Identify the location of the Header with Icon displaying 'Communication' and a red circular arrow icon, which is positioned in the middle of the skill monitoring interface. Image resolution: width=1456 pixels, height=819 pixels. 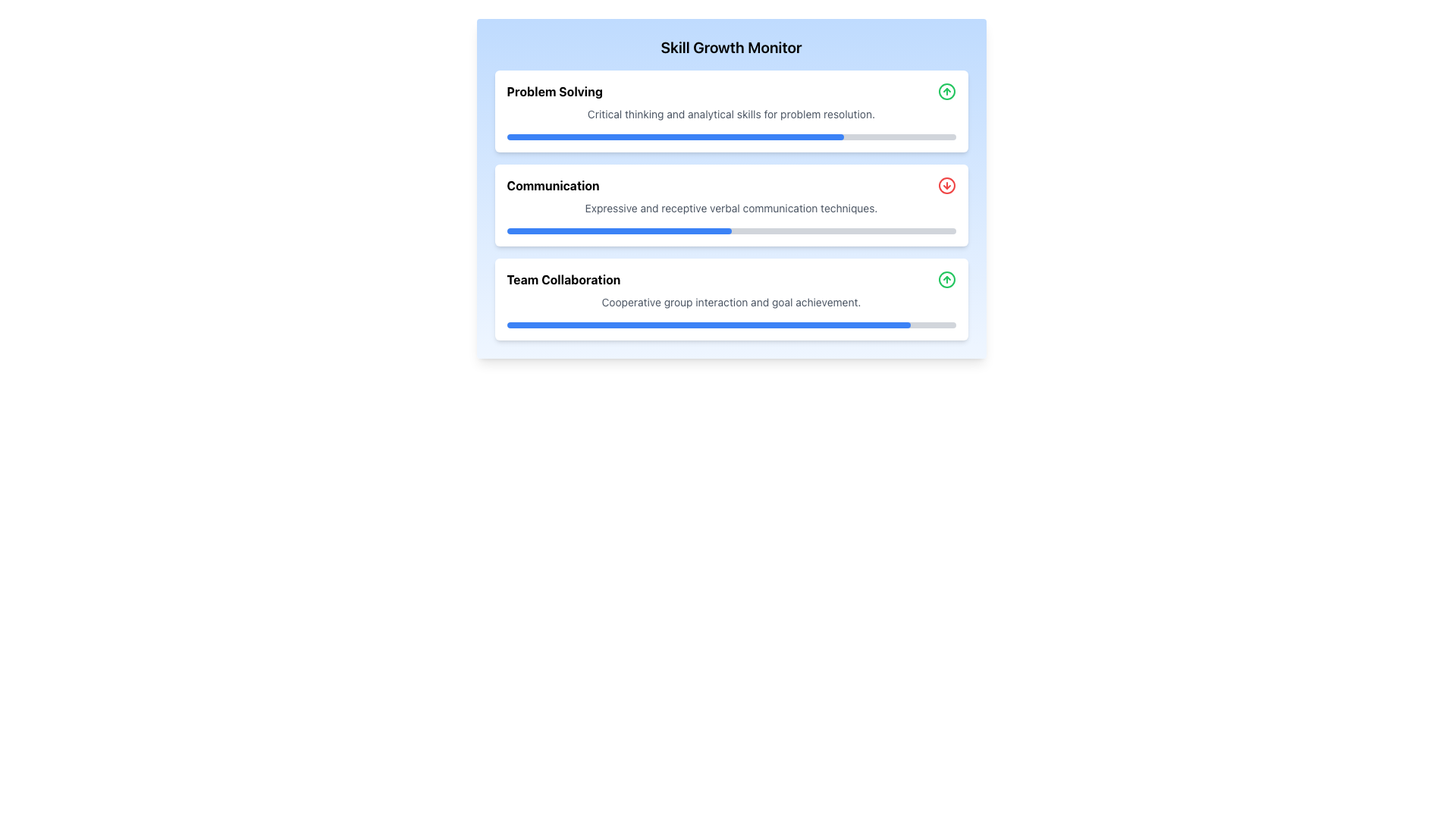
(731, 185).